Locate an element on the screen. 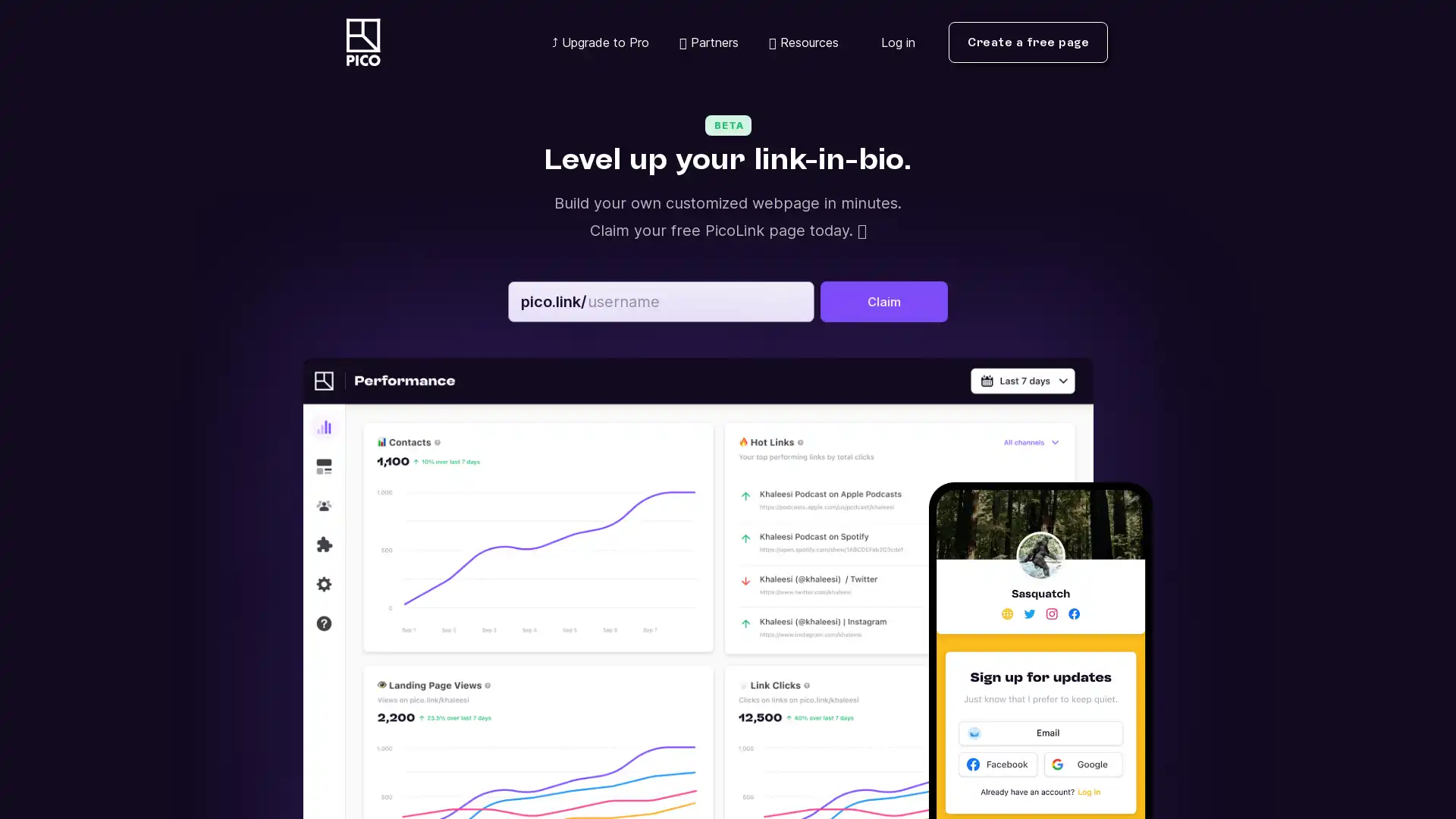  Claim is located at coordinates (884, 301).